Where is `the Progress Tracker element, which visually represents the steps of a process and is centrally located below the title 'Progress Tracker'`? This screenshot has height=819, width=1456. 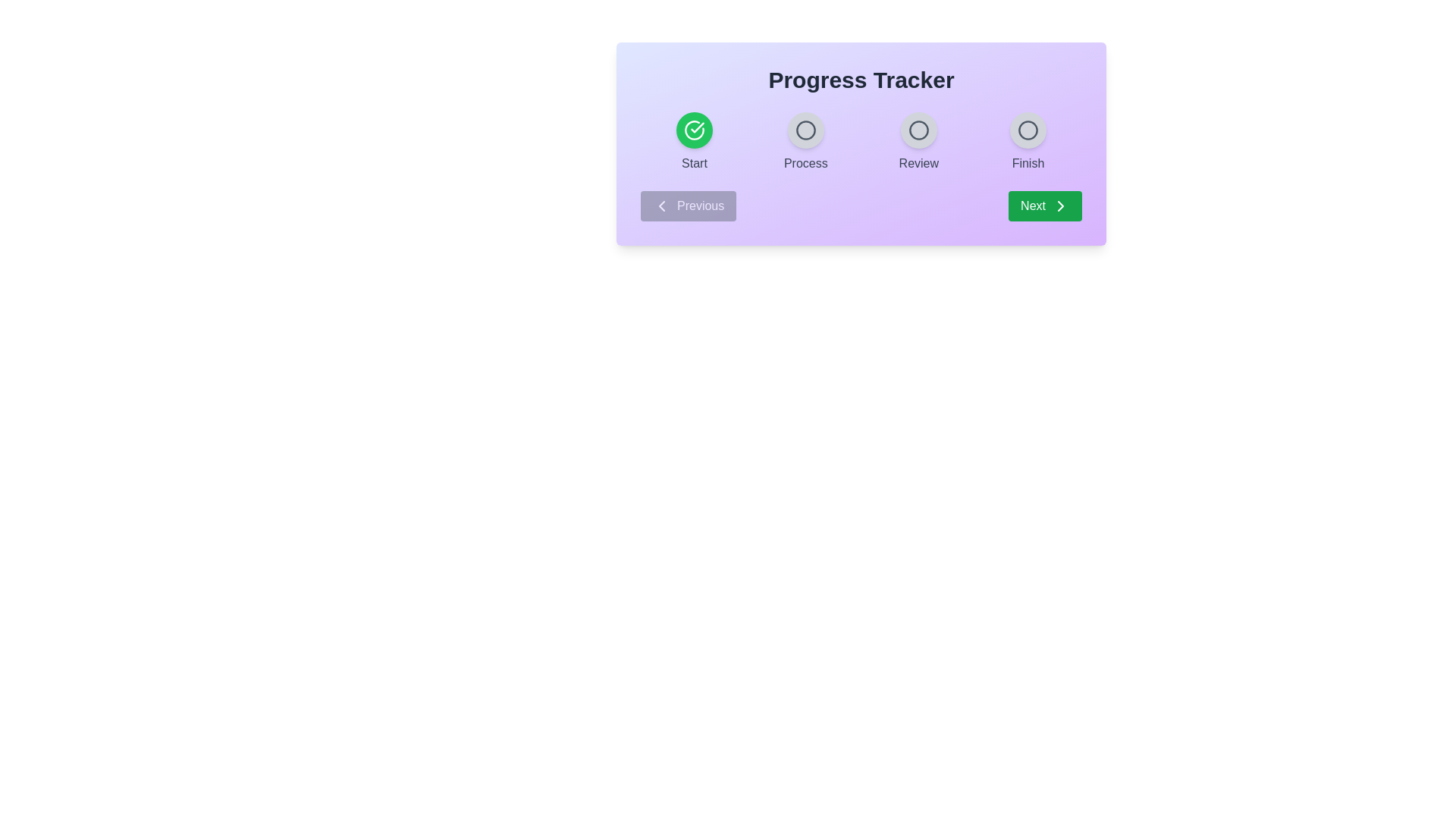
the Progress Tracker element, which visually represents the steps of a process and is centrally located below the title 'Progress Tracker' is located at coordinates (861, 143).